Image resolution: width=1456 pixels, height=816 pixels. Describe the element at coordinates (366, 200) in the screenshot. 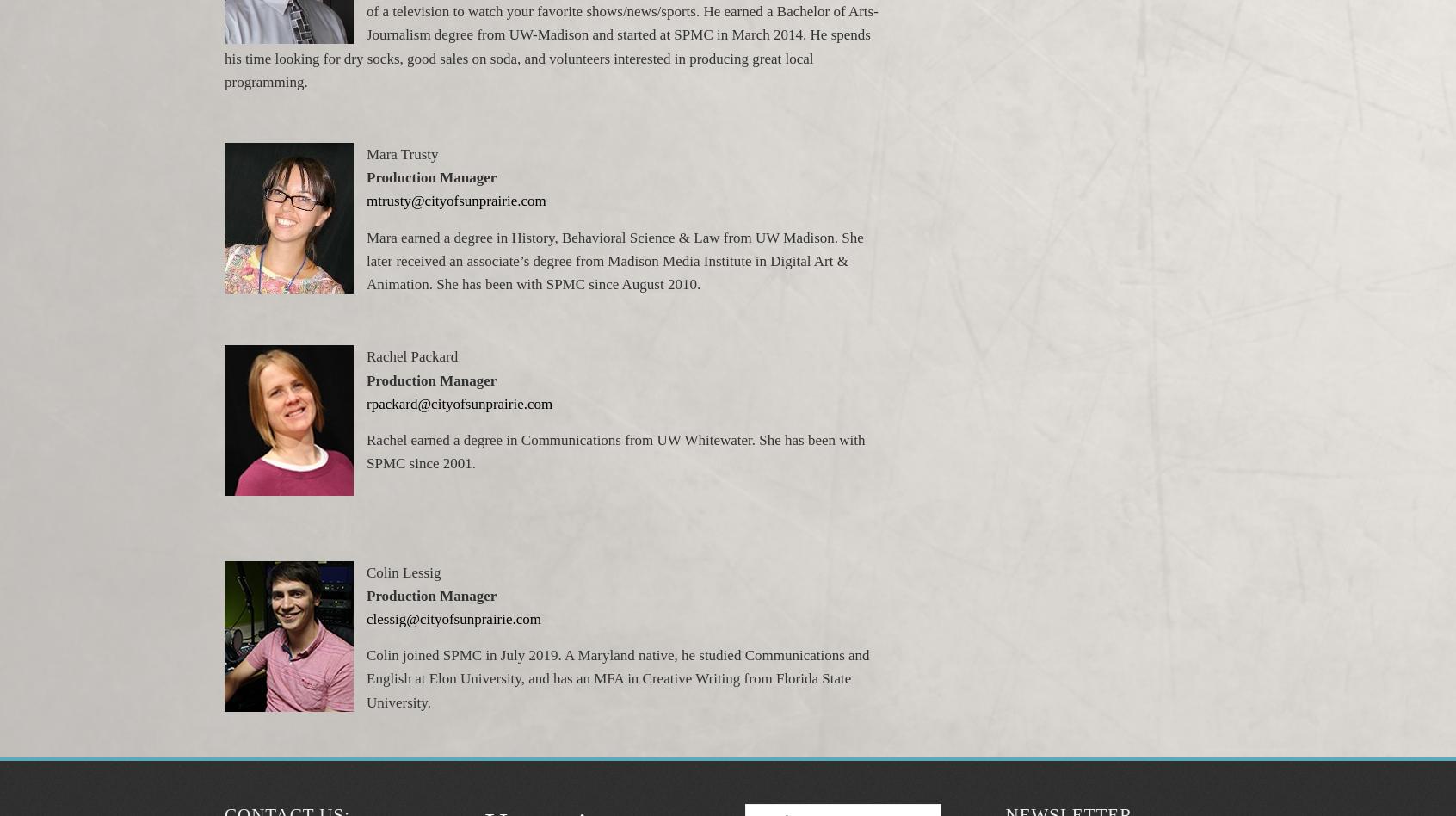

I see `'mtrusty@cityofsunprairie.com'` at that location.